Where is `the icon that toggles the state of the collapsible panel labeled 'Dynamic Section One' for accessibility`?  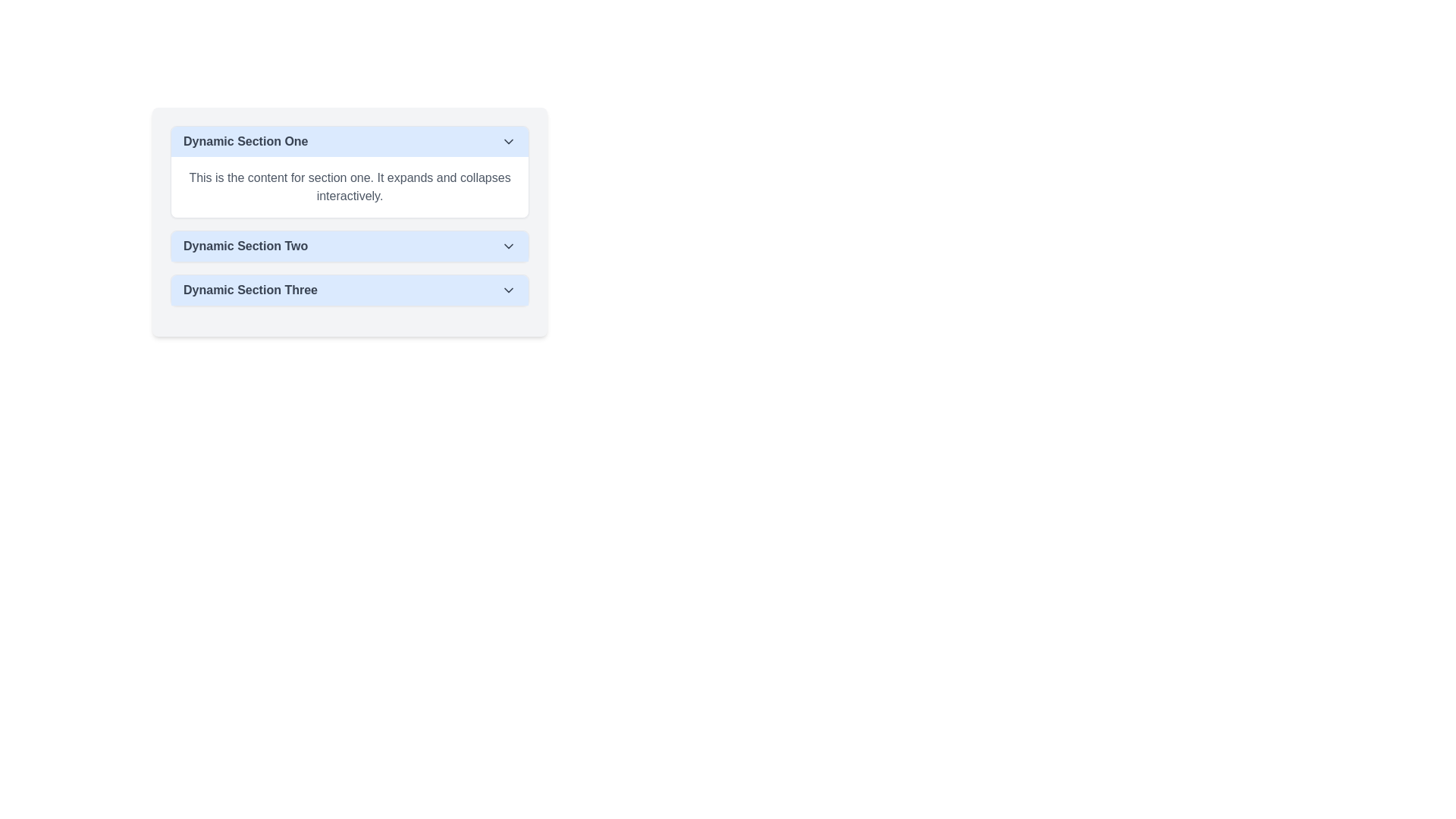 the icon that toggles the state of the collapsible panel labeled 'Dynamic Section One' for accessibility is located at coordinates (509, 141).